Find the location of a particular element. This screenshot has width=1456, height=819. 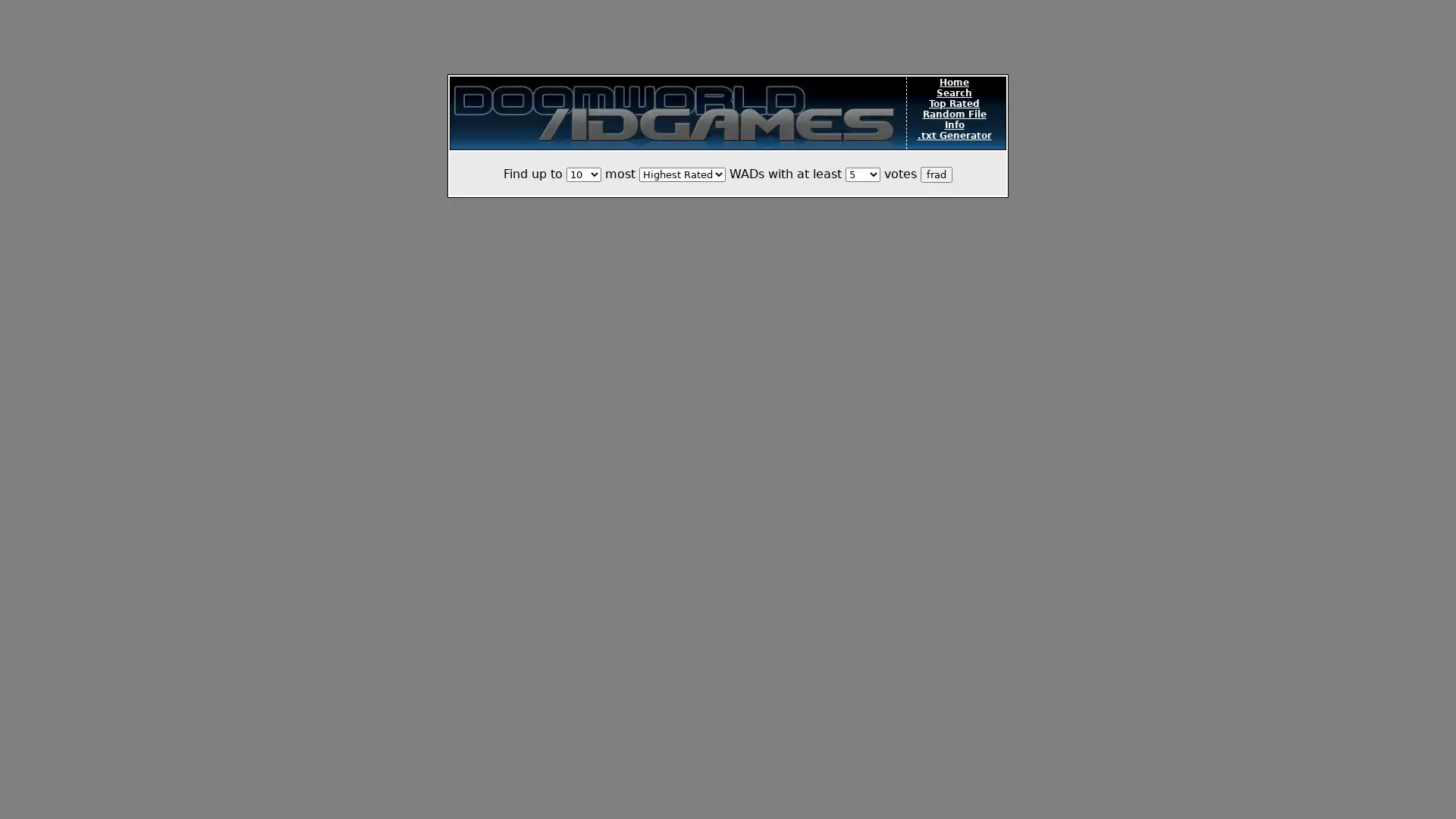

frad is located at coordinates (935, 174).